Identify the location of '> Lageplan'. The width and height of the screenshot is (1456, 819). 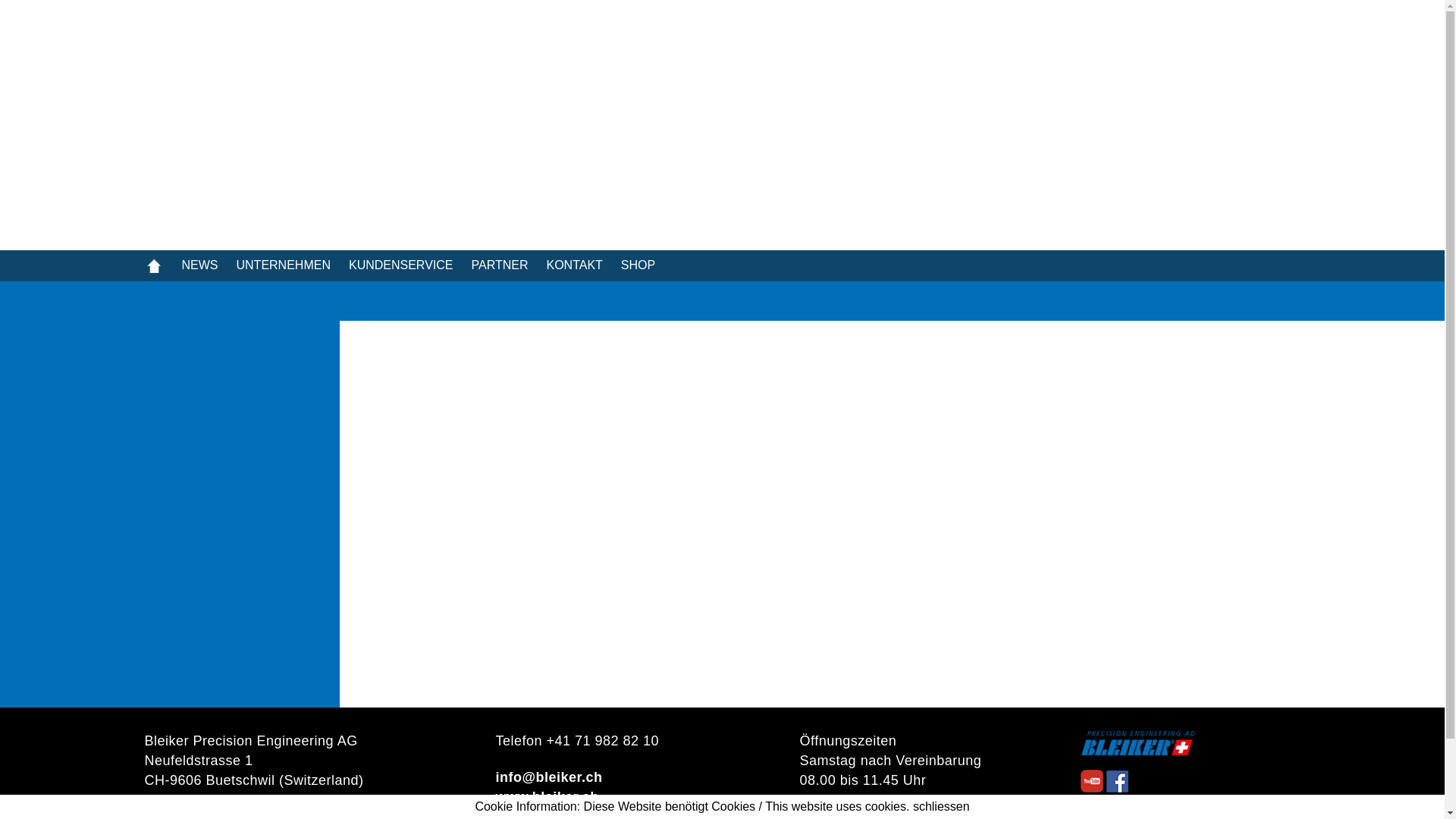
(144, 799).